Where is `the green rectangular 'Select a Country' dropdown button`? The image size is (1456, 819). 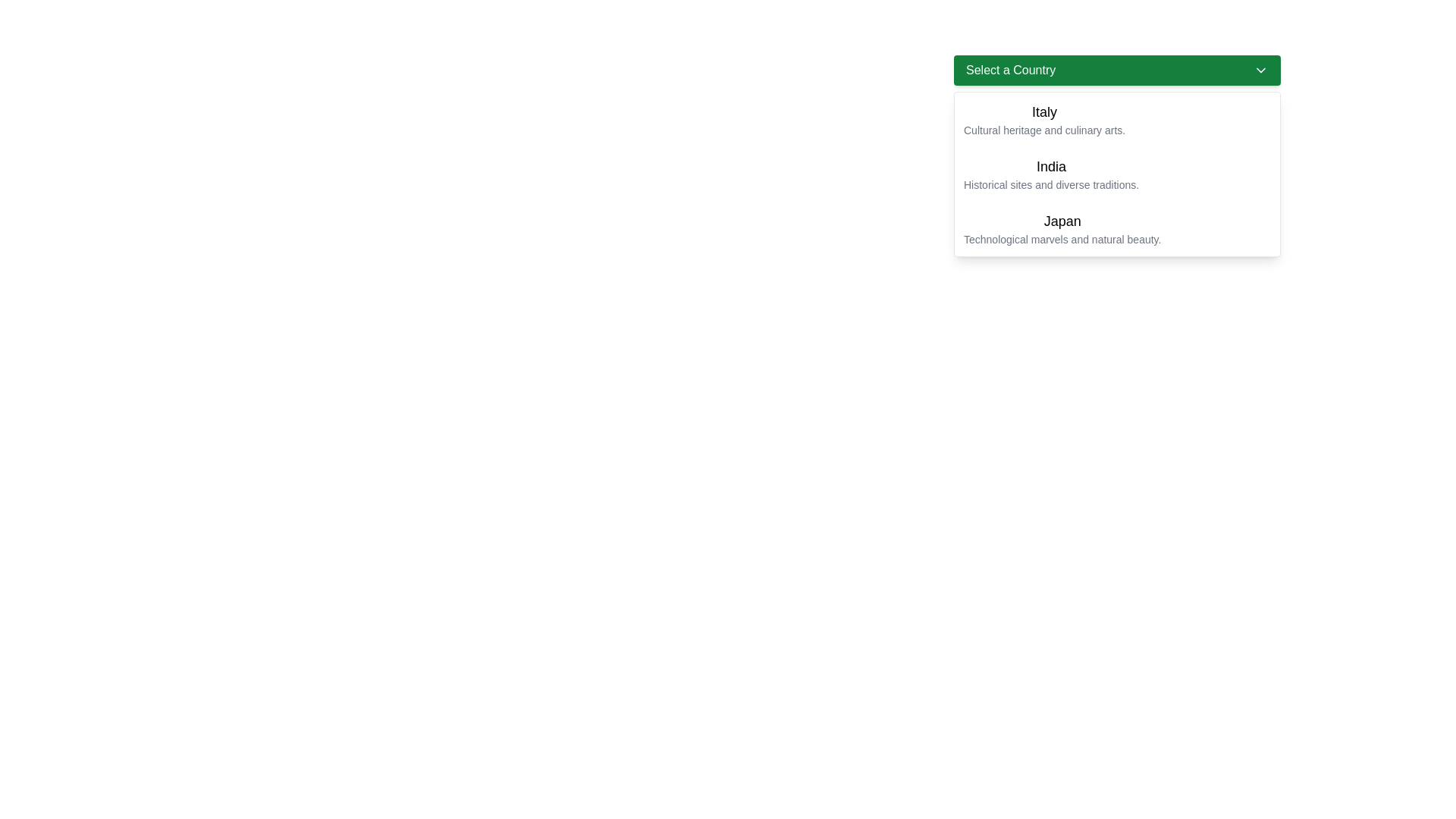
the green rectangular 'Select a Country' dropdown button is located at coordinates (1117, 70).